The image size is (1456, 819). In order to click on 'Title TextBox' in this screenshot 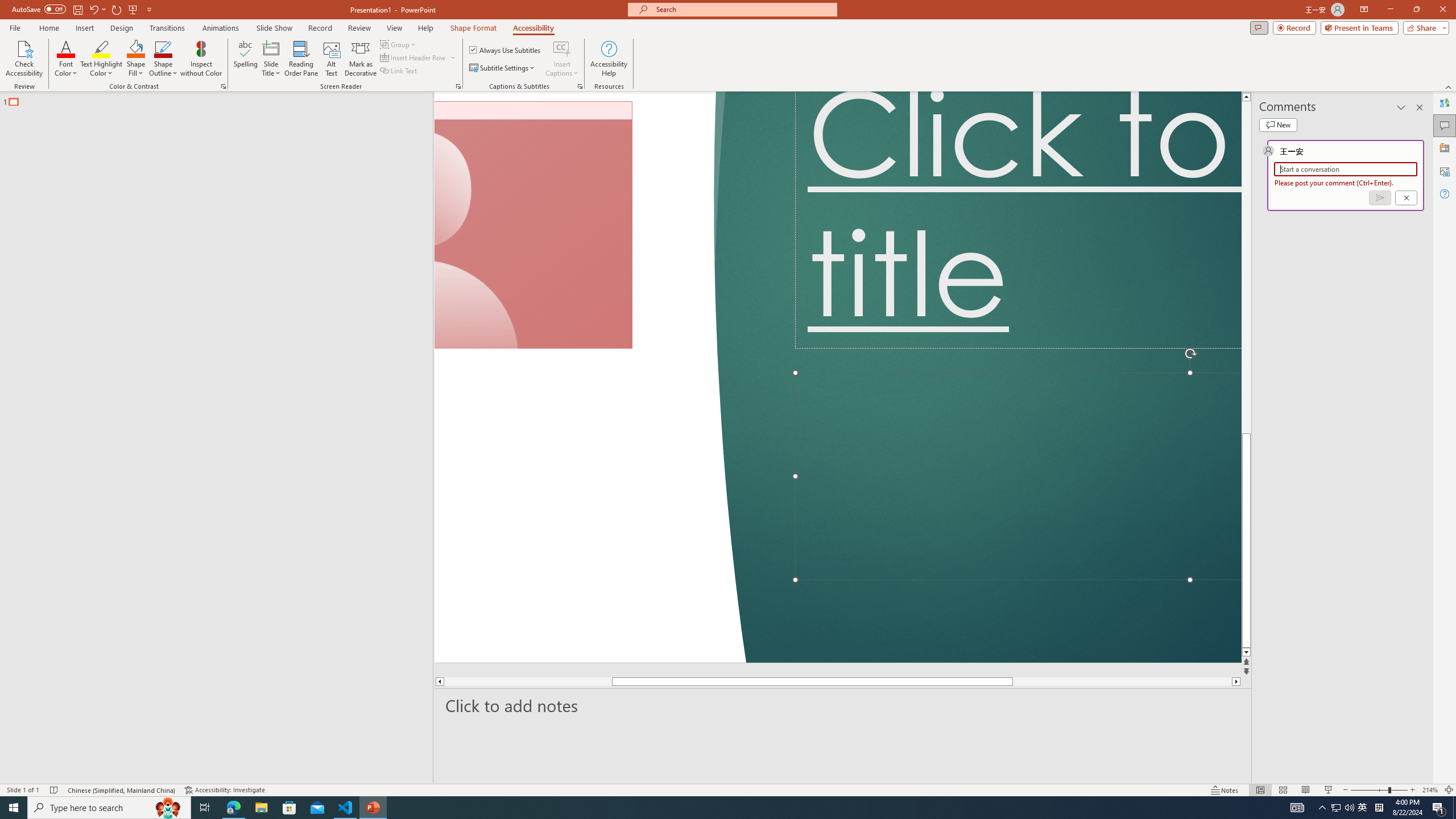, I will do `click(1017, 220)`.